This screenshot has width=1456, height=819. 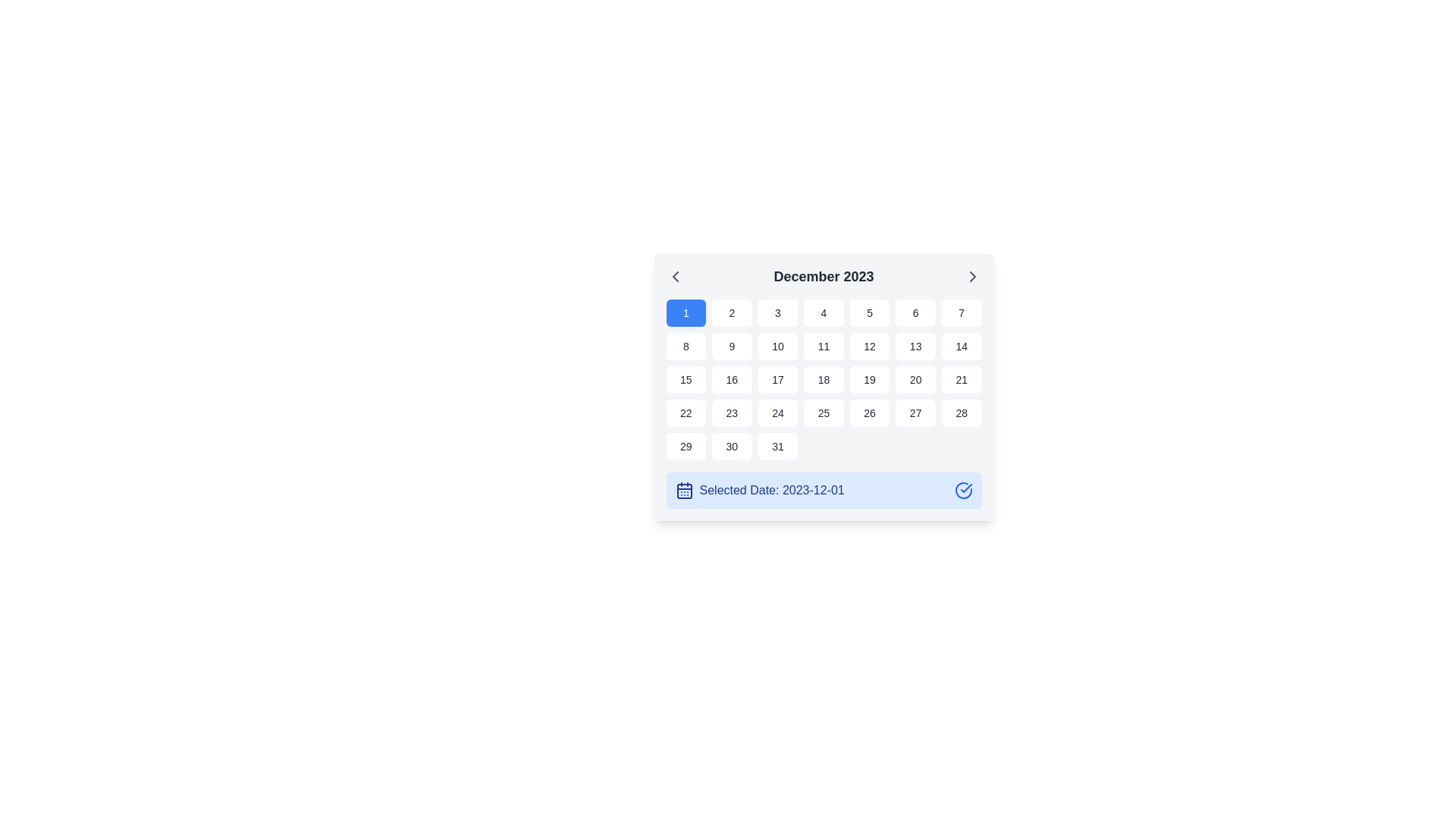 What do you see at coordinates (685, 446) in the screenshot?
I see `the button displaying the number '29', which is a rounded rectangle with a white background and gray text, located in the 1st column of the 6th row in the calendar layout` at bounding box center [685, 446].